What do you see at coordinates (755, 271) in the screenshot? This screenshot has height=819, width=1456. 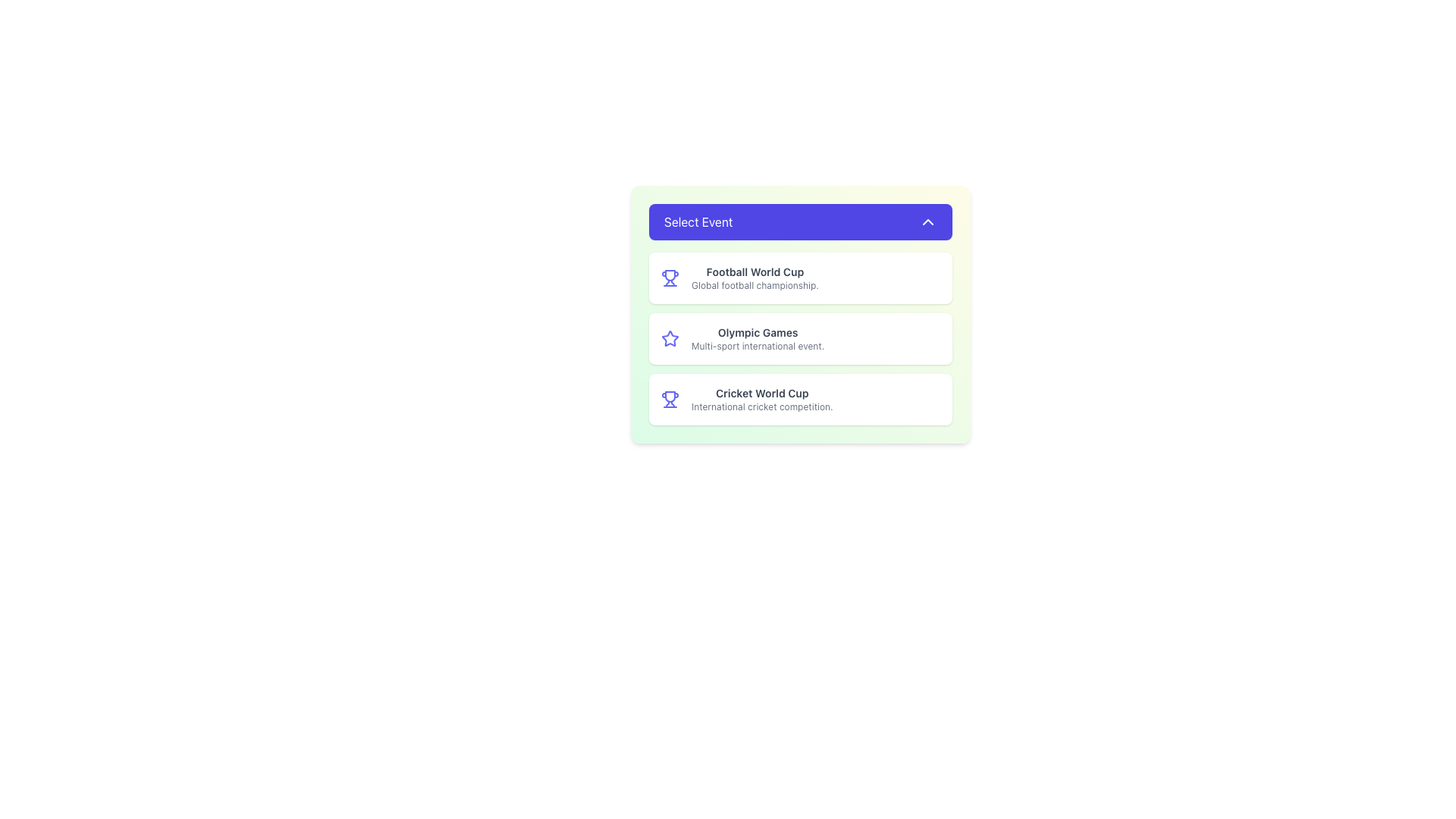 I see `the text label reading 'Football World Cup', which is styled in bold gray font and is the uppermost element in the dropdown card under the header 'Select Event'` at bounding box center [755, 271].